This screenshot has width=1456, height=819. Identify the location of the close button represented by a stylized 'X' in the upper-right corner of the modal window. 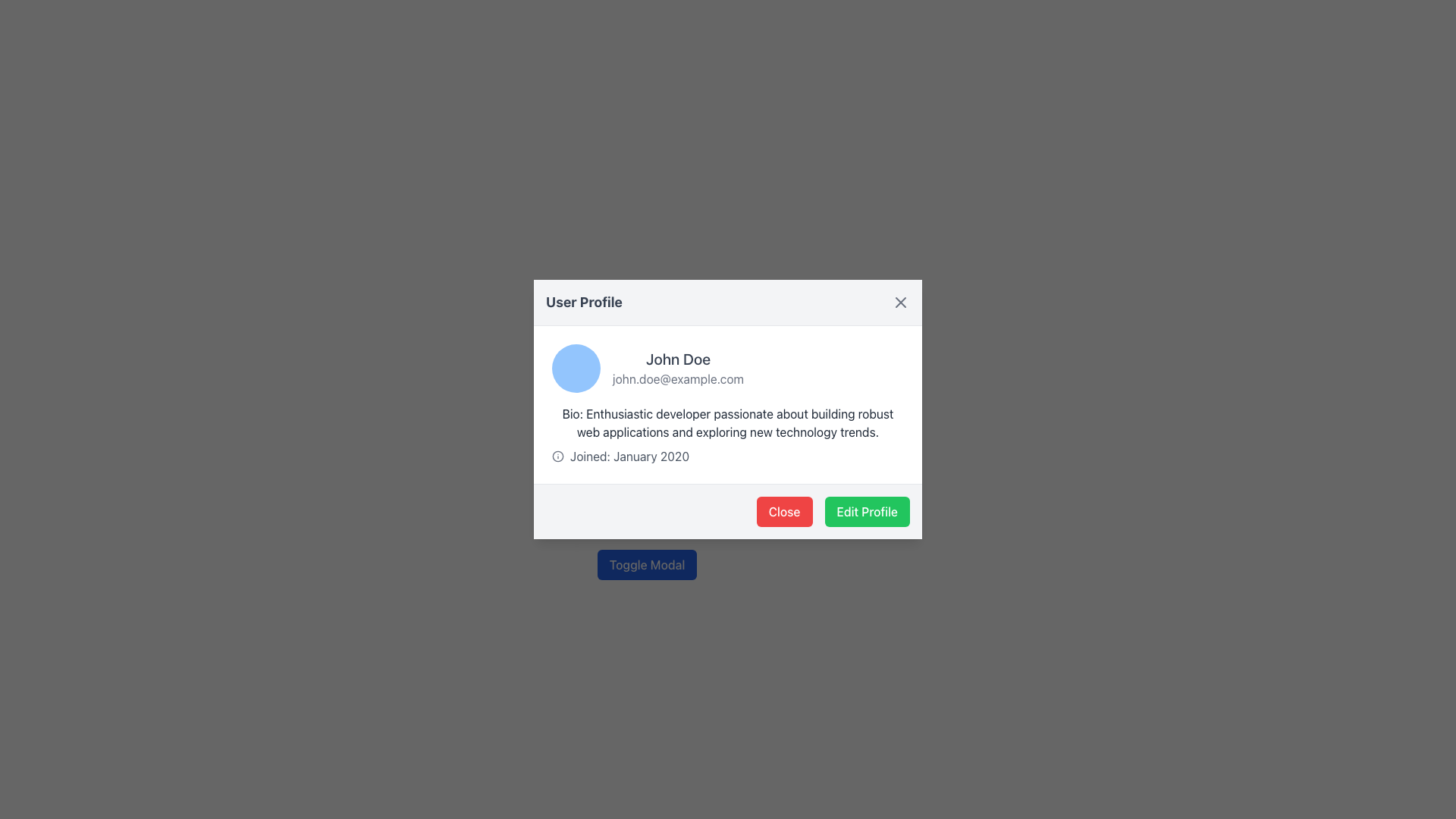
(901, 302).